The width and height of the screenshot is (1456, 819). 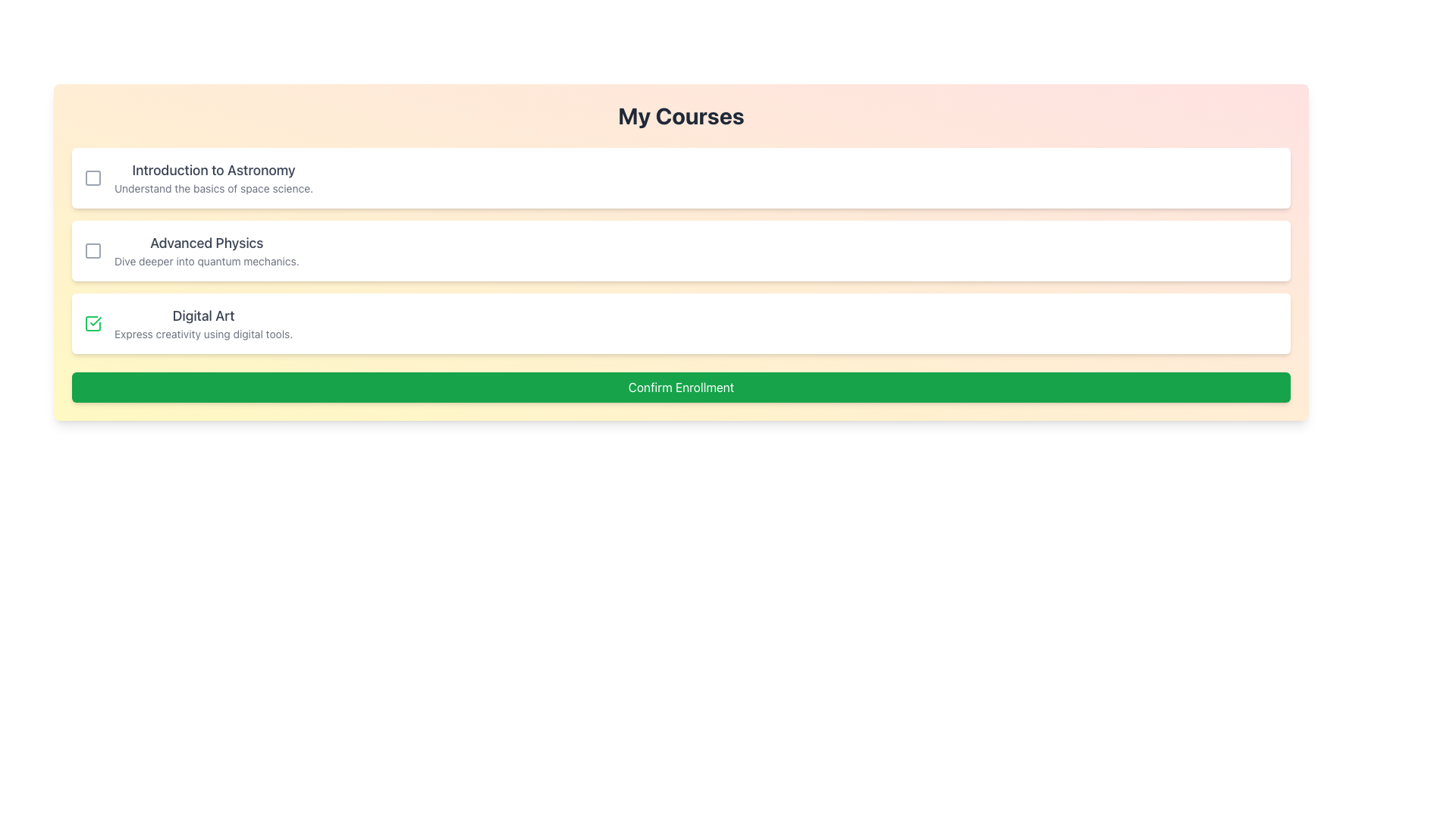 What do you see at coordinates (680, 323) in the screenshot?
I see `the title 'Digital Art' in the Checkbox list item` at bounding box center [680, 323].